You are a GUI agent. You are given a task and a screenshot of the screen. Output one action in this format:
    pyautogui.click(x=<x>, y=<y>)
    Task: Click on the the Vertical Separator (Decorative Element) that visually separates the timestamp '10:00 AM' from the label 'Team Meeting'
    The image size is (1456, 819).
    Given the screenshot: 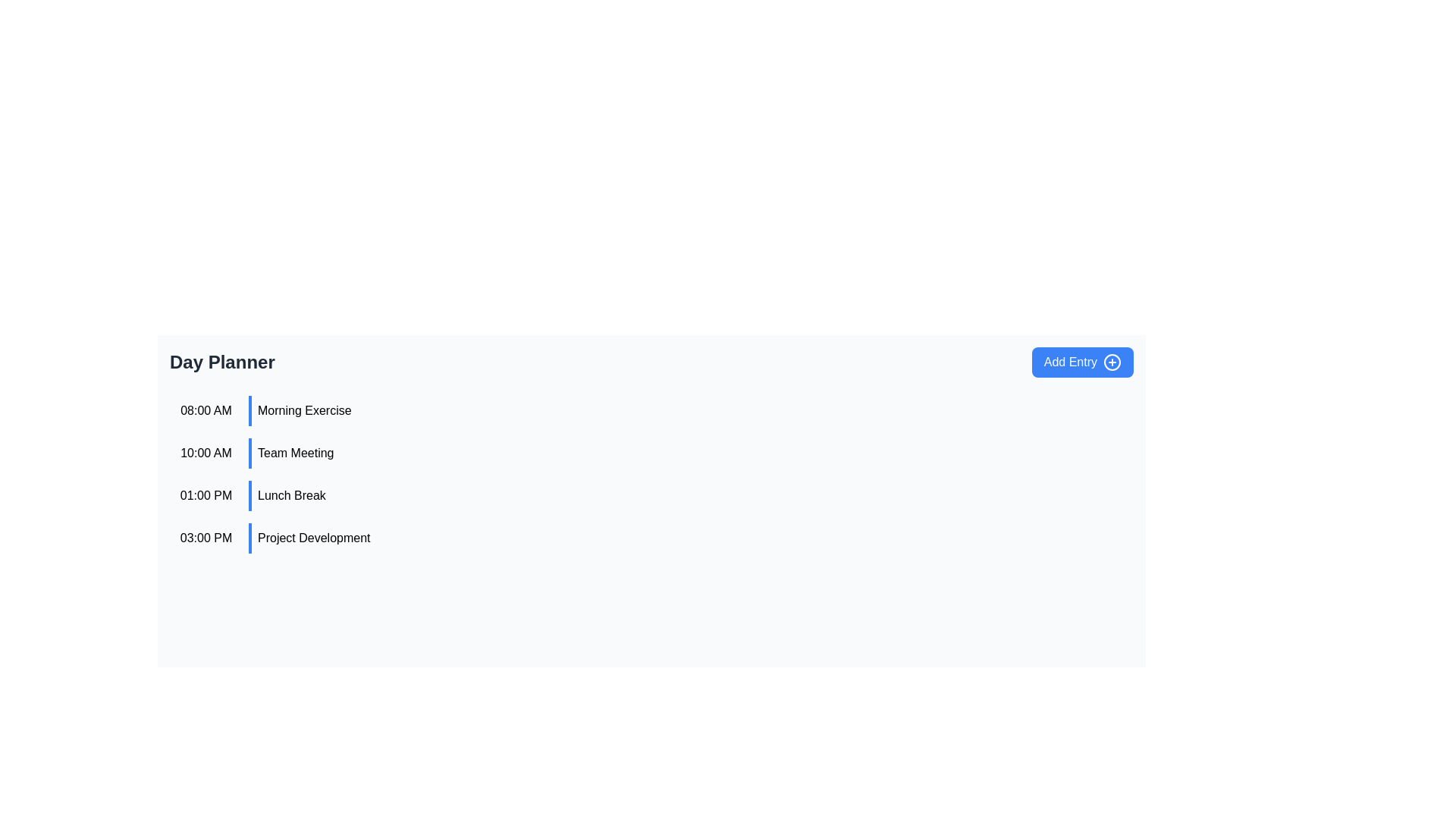 What is the action you would take?
    pyautogui.click(x=250, y=452)
    